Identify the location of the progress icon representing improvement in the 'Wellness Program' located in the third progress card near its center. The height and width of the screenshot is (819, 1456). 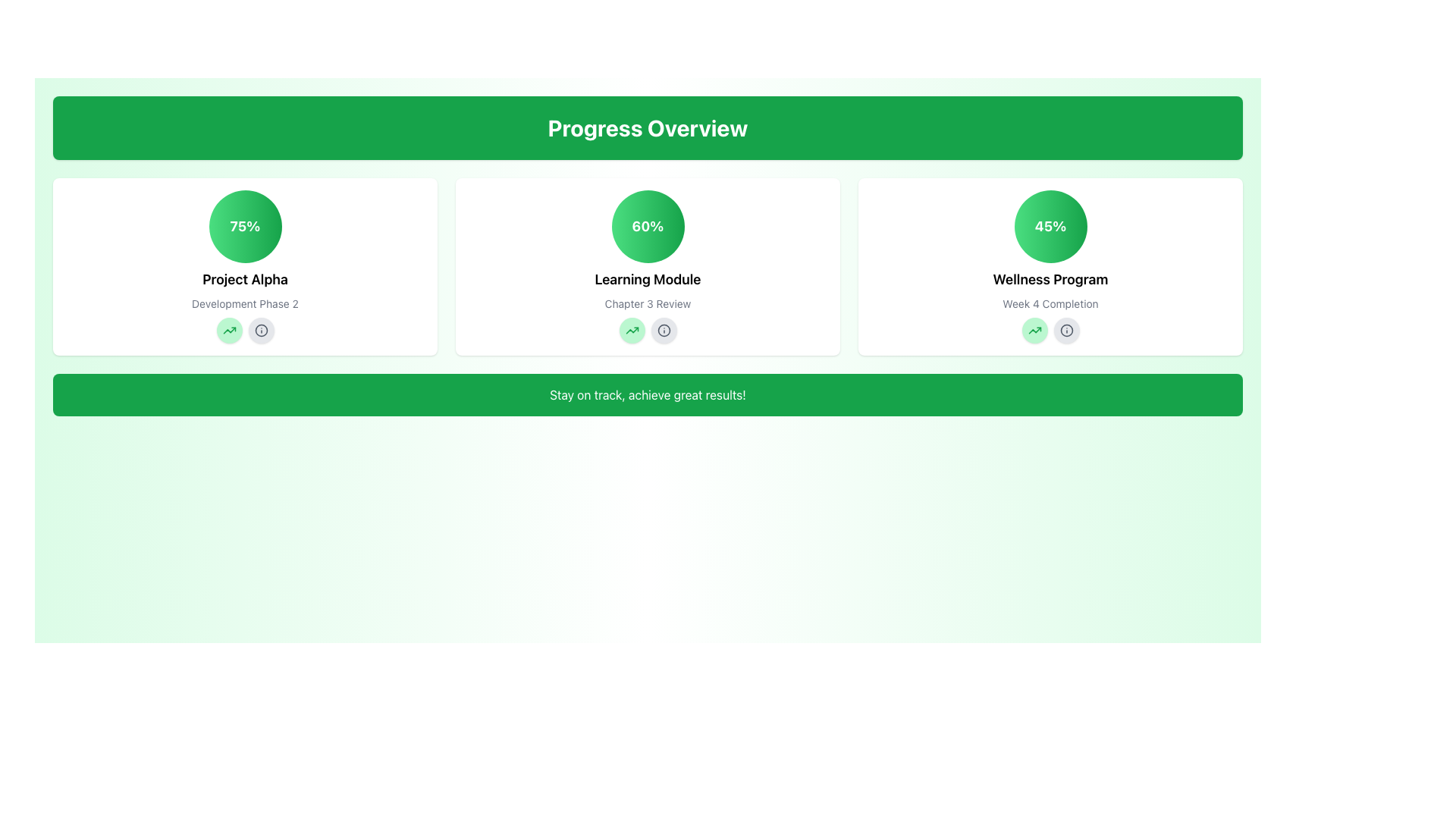
(1034, 329).